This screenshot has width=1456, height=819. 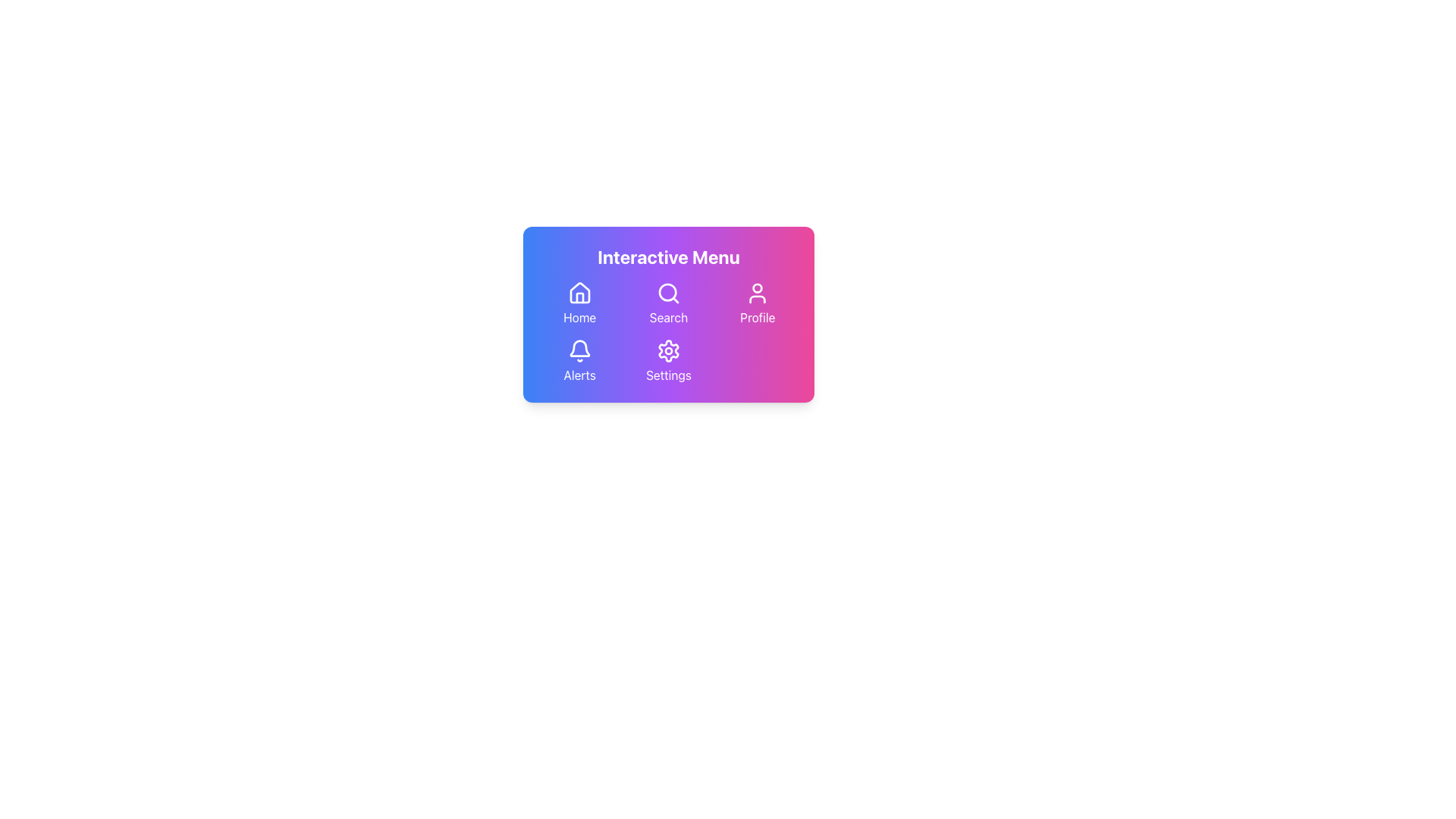 I want to click on the top-left button in the grid layout, so click(x=579, y=304).